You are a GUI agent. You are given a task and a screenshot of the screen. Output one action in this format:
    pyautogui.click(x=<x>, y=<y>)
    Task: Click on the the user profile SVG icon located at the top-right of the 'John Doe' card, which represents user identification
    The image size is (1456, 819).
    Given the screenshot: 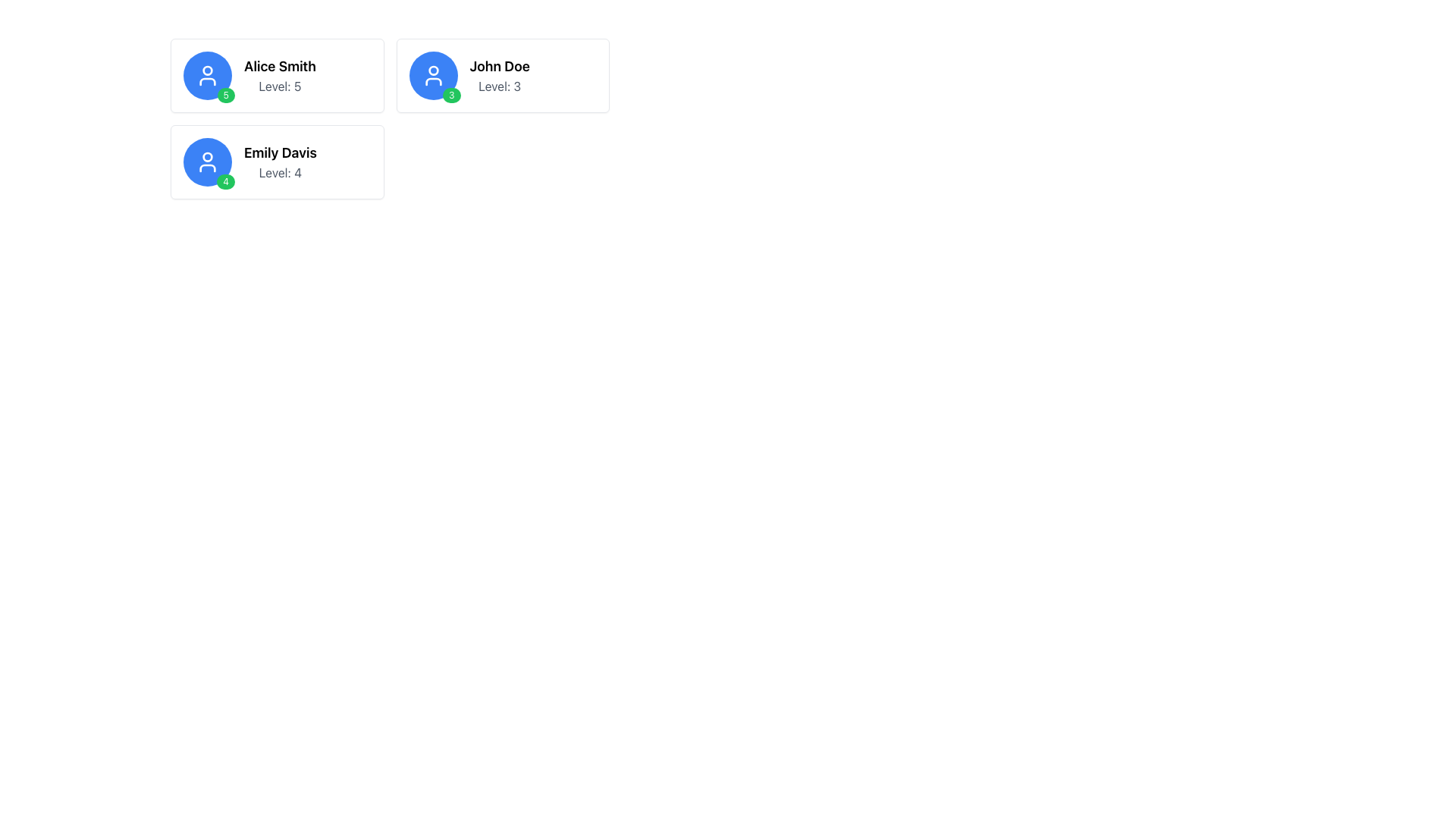 What is the action you would take?
    pyautogui.click(x=432, y=76)
    